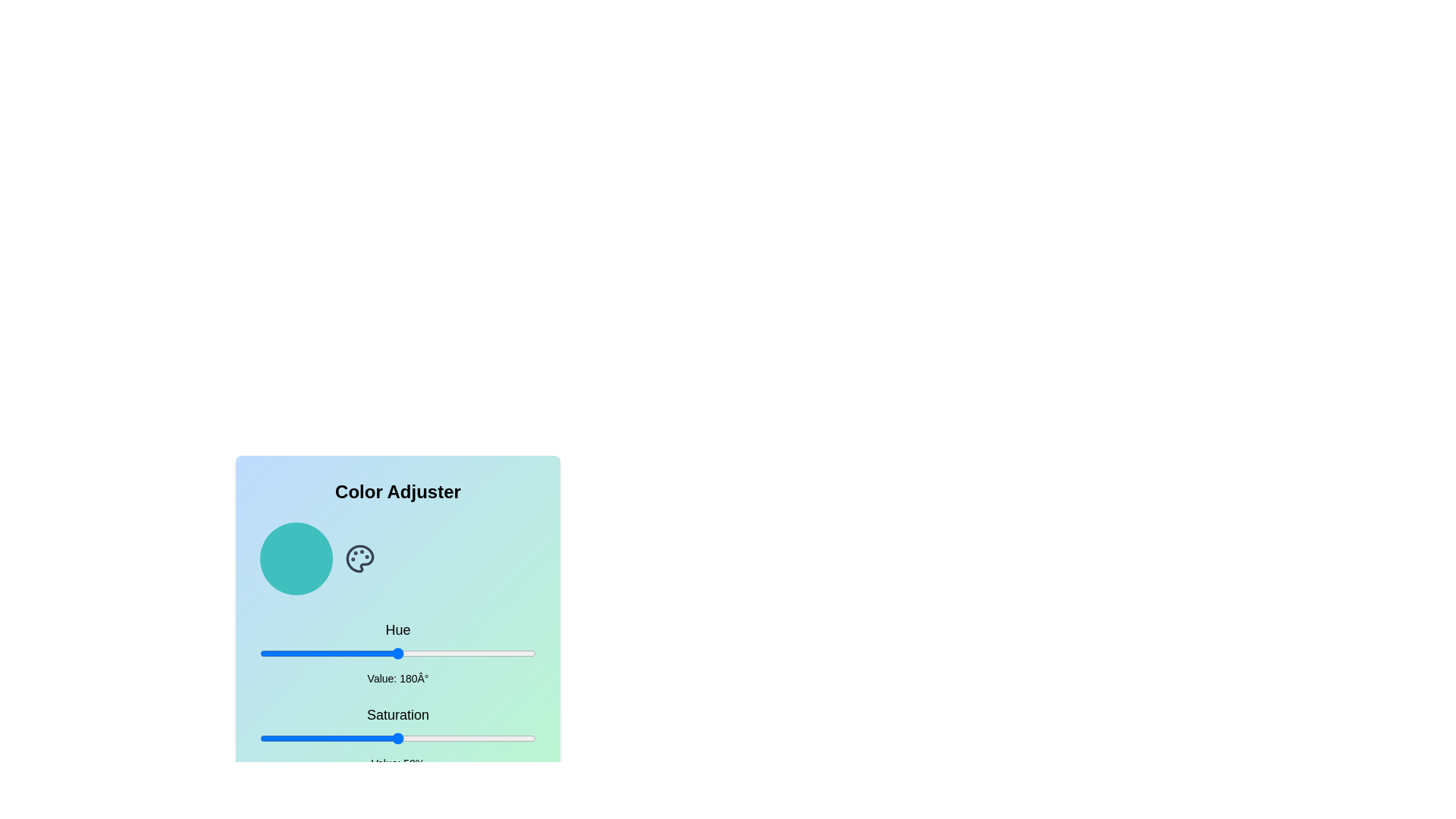 This screenshot has width=1456, height=819. What do you see at coordinates (275, 652) in the screenshot?
I see `the hue to 19 by adjusting the slider` at bounding box center [275, 652].